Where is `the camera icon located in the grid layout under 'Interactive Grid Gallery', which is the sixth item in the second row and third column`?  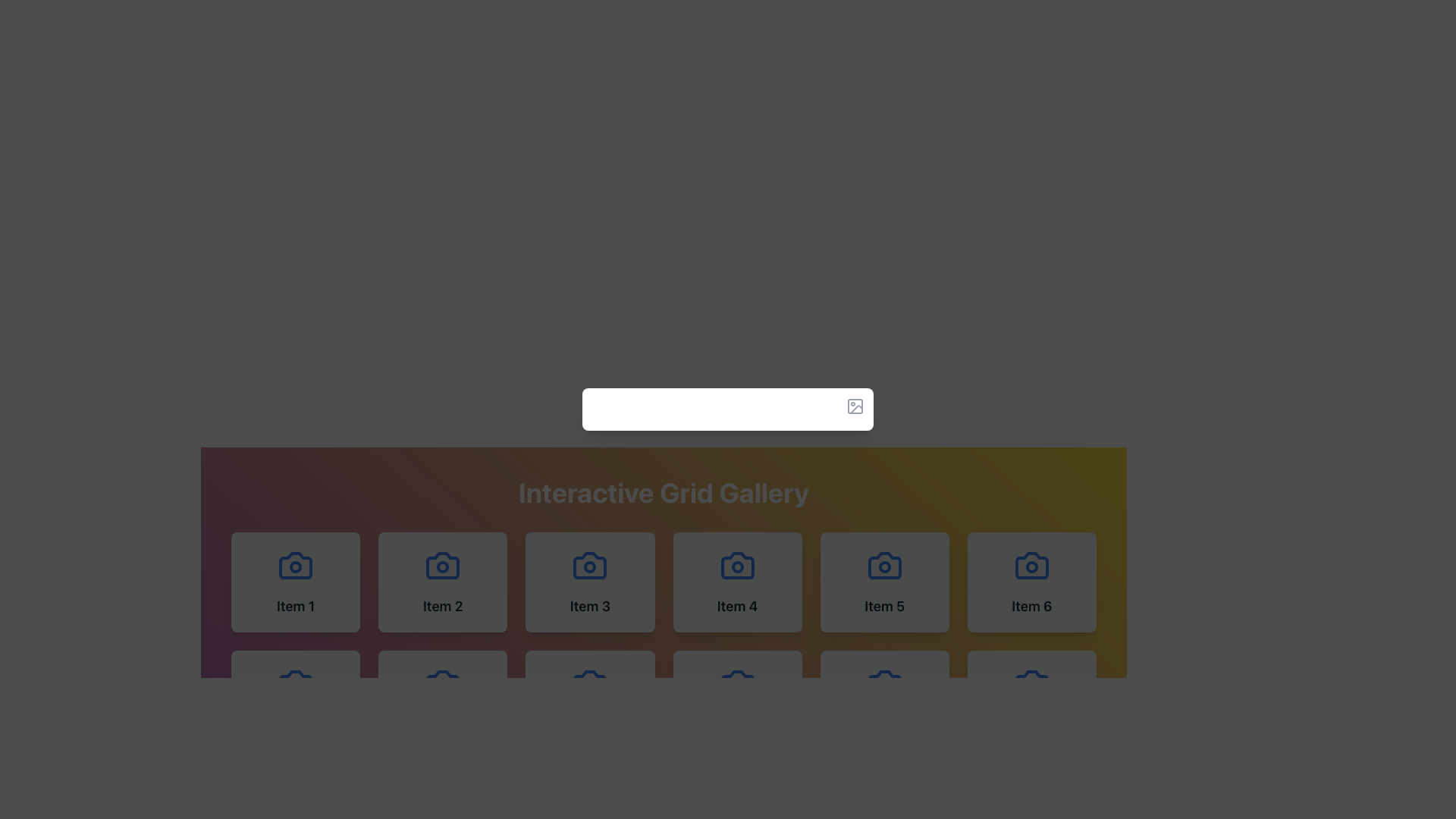
the camera icon located in the grid layout under 'Interactive Grid Gallery', which is the sixth item in the second row and third column is located at coordinates (1031, 565).